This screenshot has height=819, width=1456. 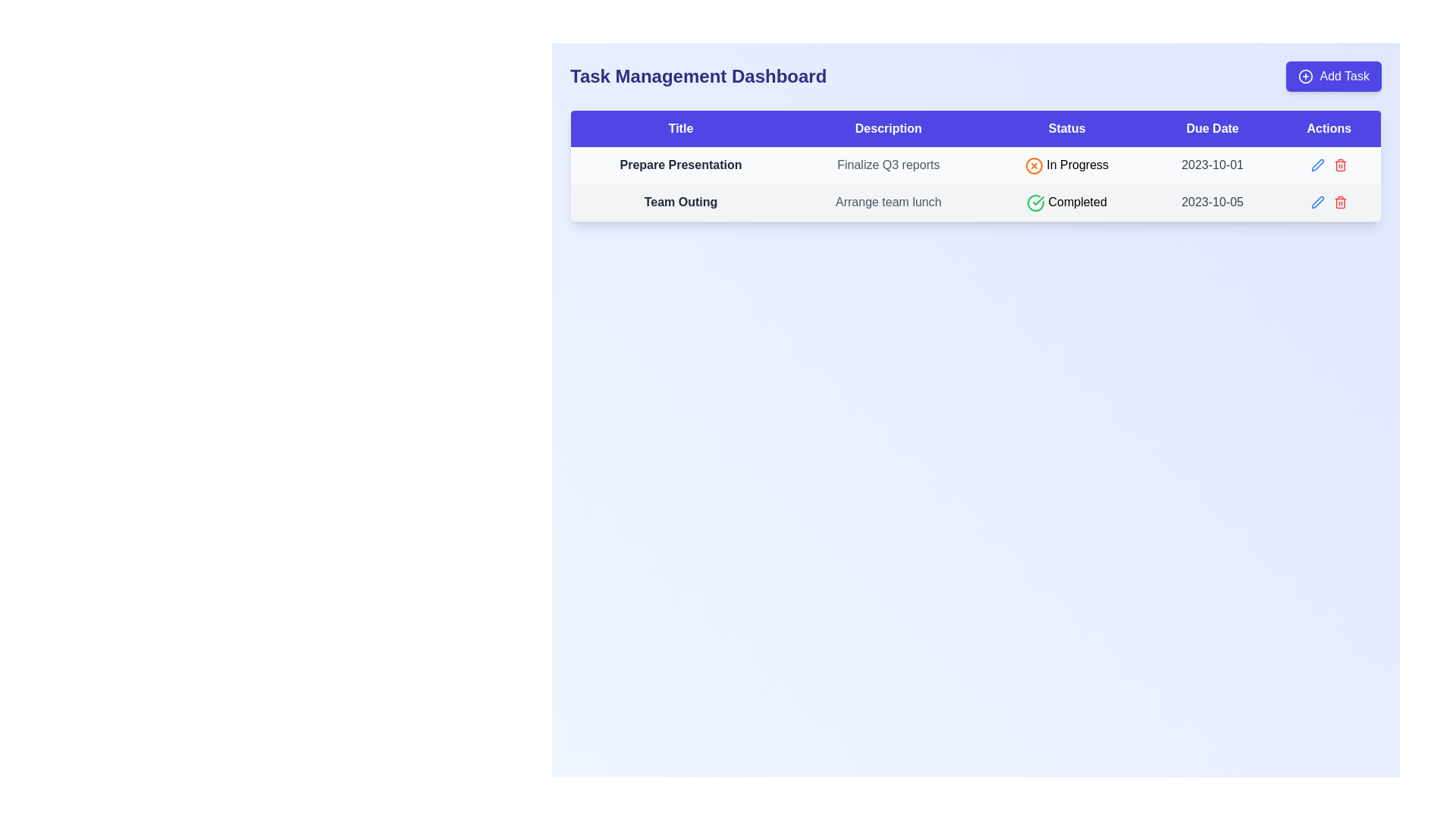 I want to click on the 'Status' tab in the table header row, which is the third tab among five, with a blue background and white text, so click(x=1066, y=127).